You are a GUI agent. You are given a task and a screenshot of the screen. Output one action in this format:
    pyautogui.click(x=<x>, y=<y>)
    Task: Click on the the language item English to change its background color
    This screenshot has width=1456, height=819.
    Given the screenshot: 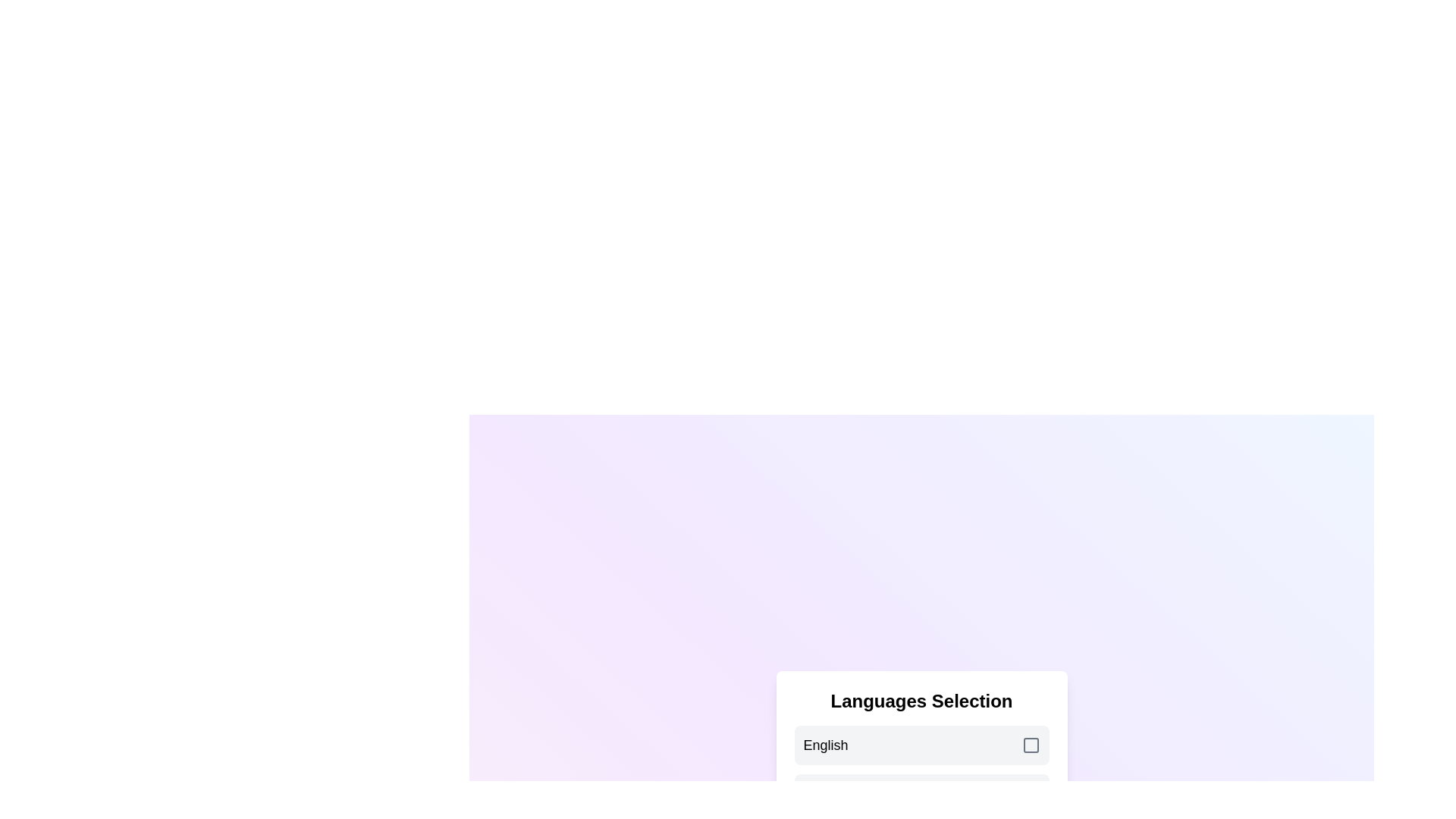 What is the action you would take?
    pyautogui.click(x=921, y=745)
    